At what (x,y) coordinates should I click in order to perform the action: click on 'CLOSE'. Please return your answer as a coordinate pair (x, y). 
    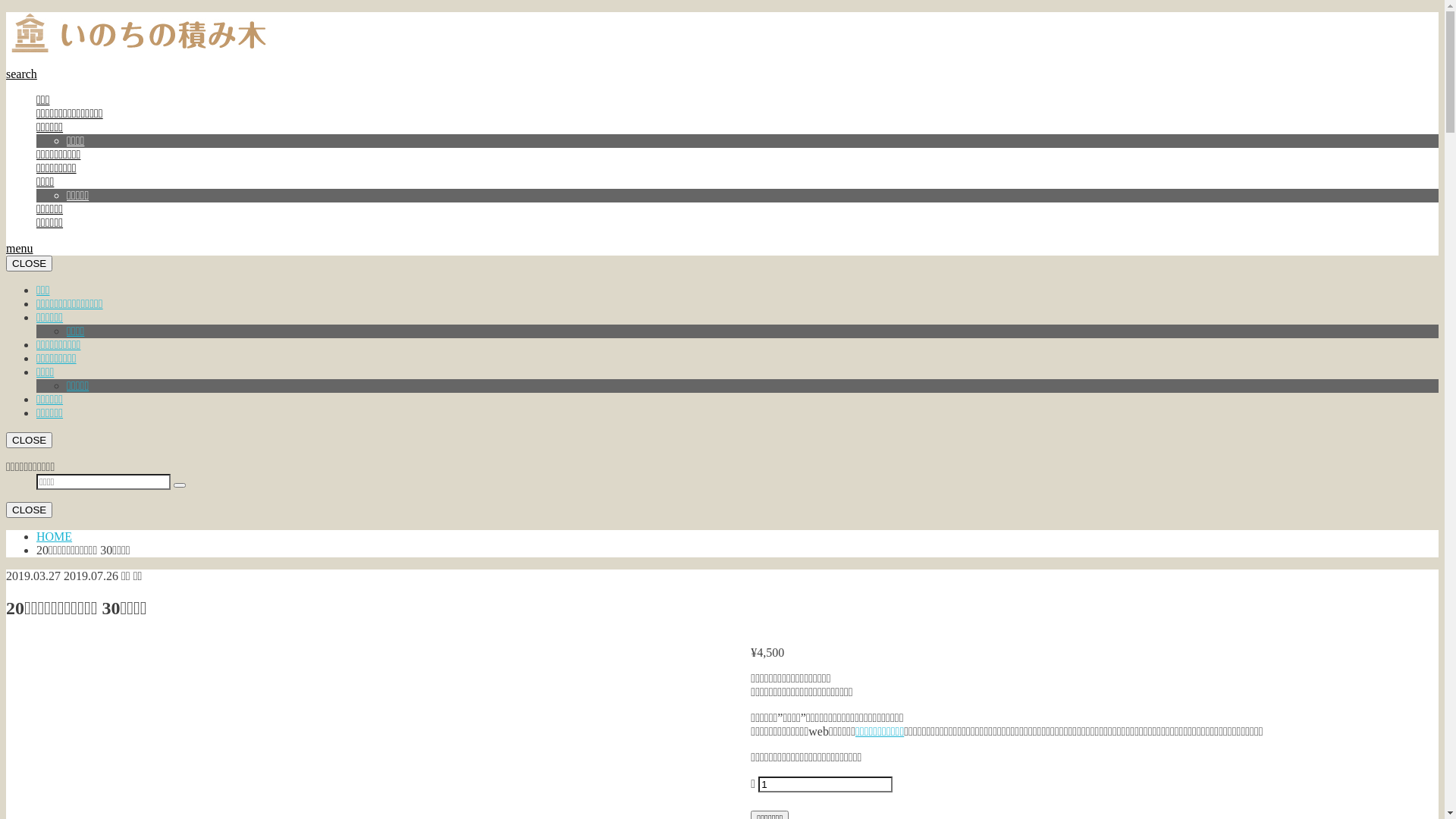
    Looking at the image, I should click on (29, 510).